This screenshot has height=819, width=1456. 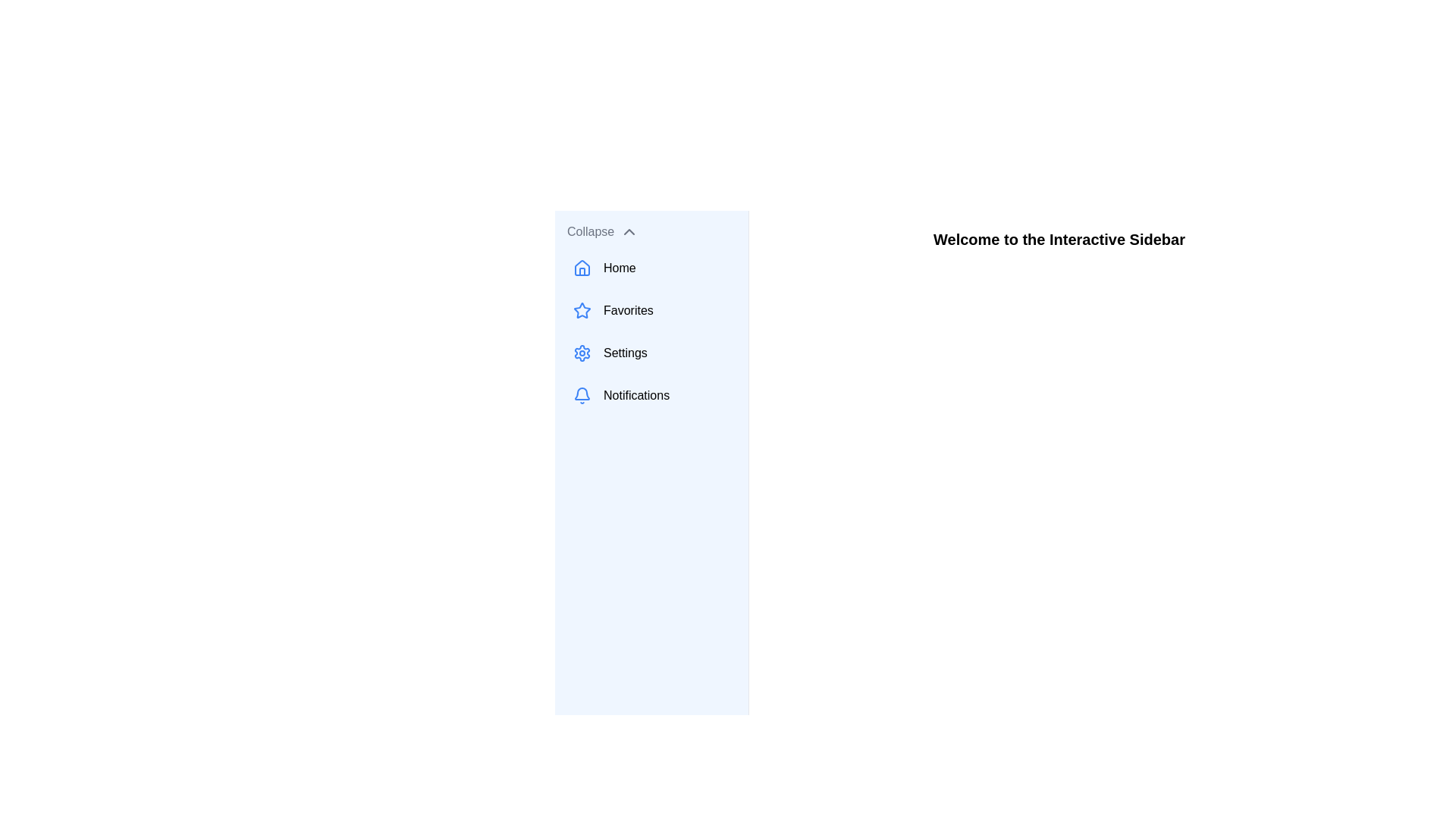 What do you see at coordinates (582, 309) in the screenshot?
I see `the 'Favorites' icon located in the navigation sidebar, which is the second element in a vertical list under a collapse button` at bounding box center [582, 309].